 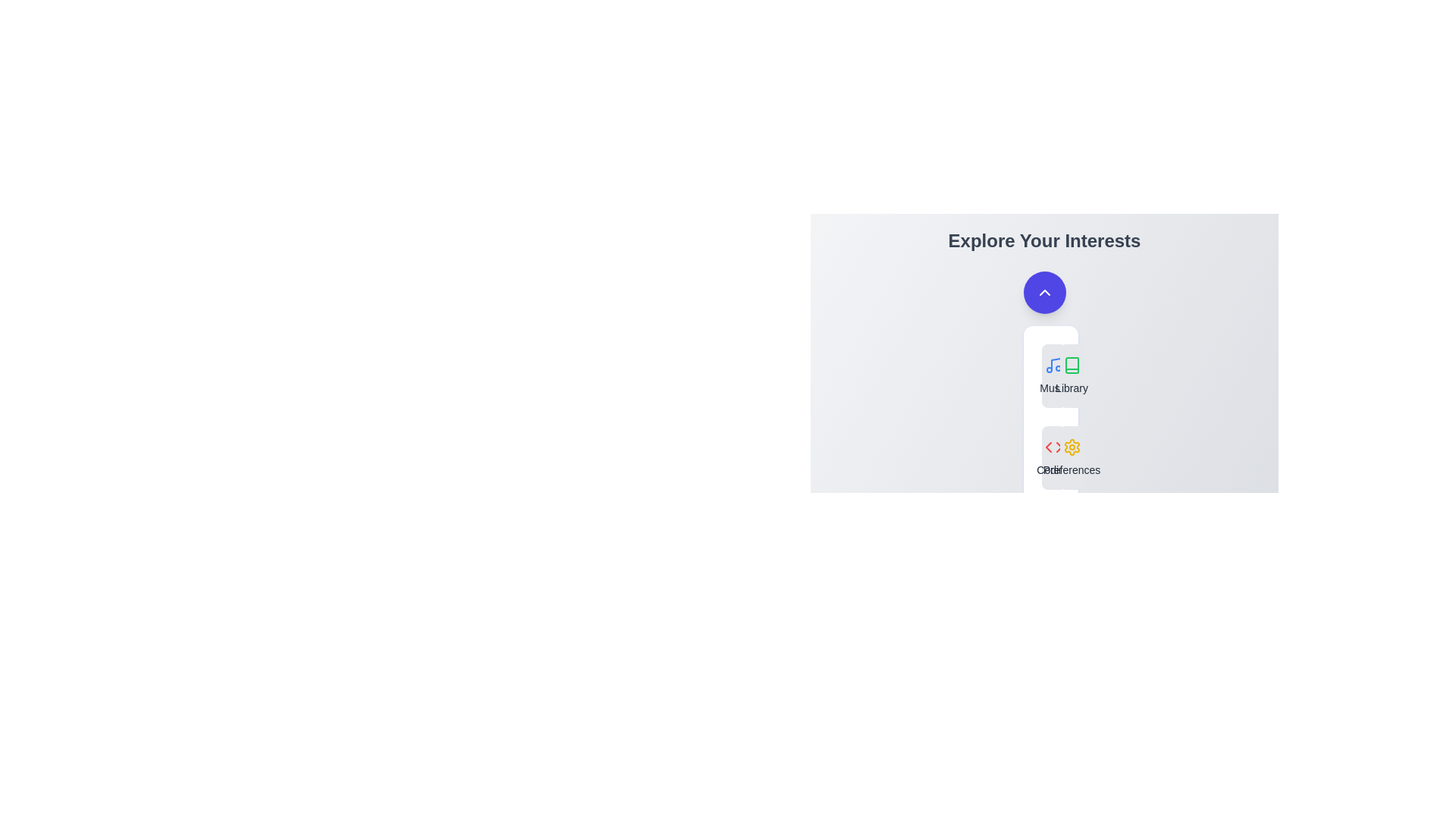 What do you see at coordinates (1071, 457) in the screenshot?
I see `the feature Preferences from the menu` at bounding box center [1071, 457].